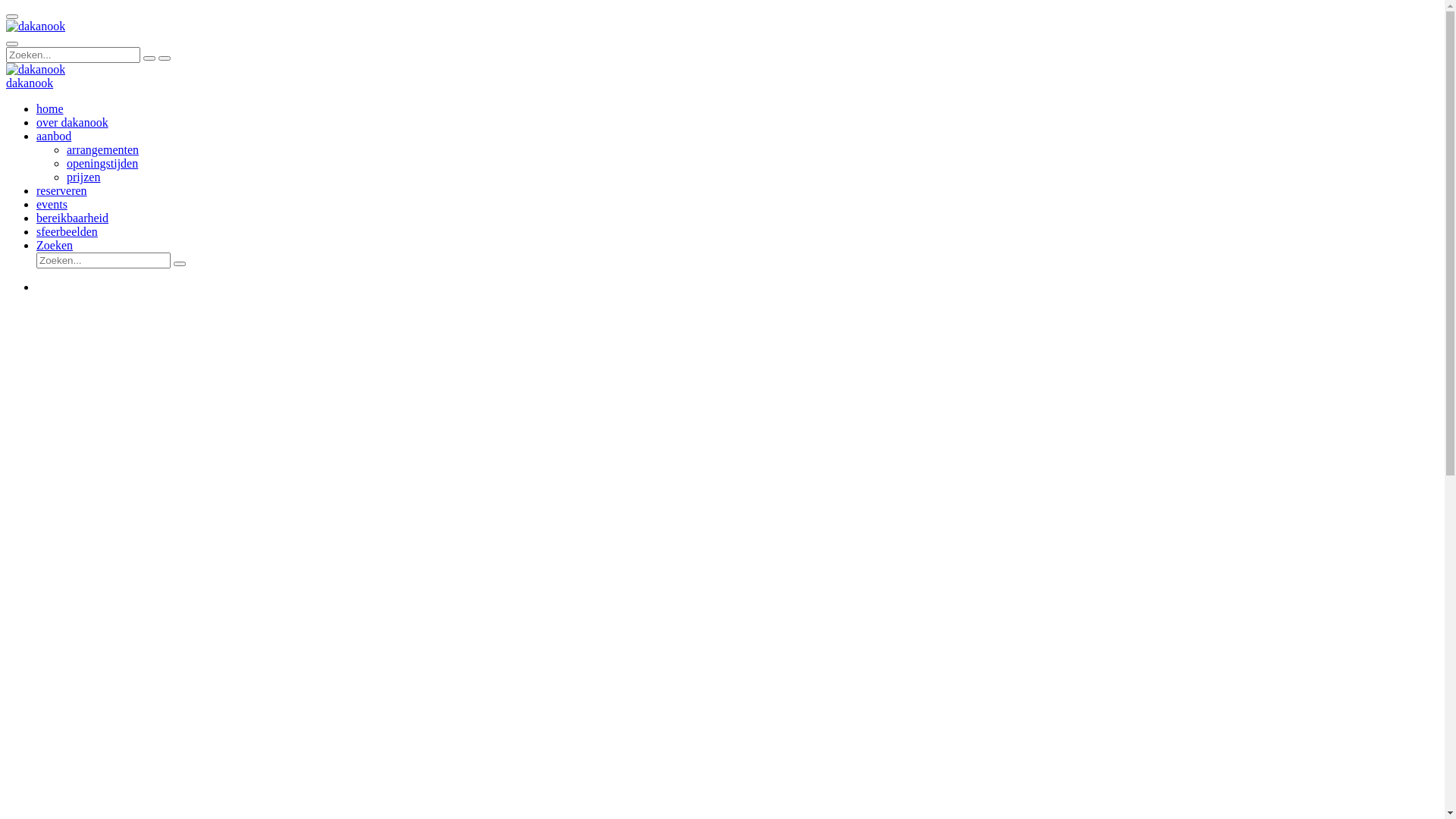 Image resolution: width=1456 pixels, height=819 pixels. I want to click on 'sfeerbeelden', so click(66, 231).